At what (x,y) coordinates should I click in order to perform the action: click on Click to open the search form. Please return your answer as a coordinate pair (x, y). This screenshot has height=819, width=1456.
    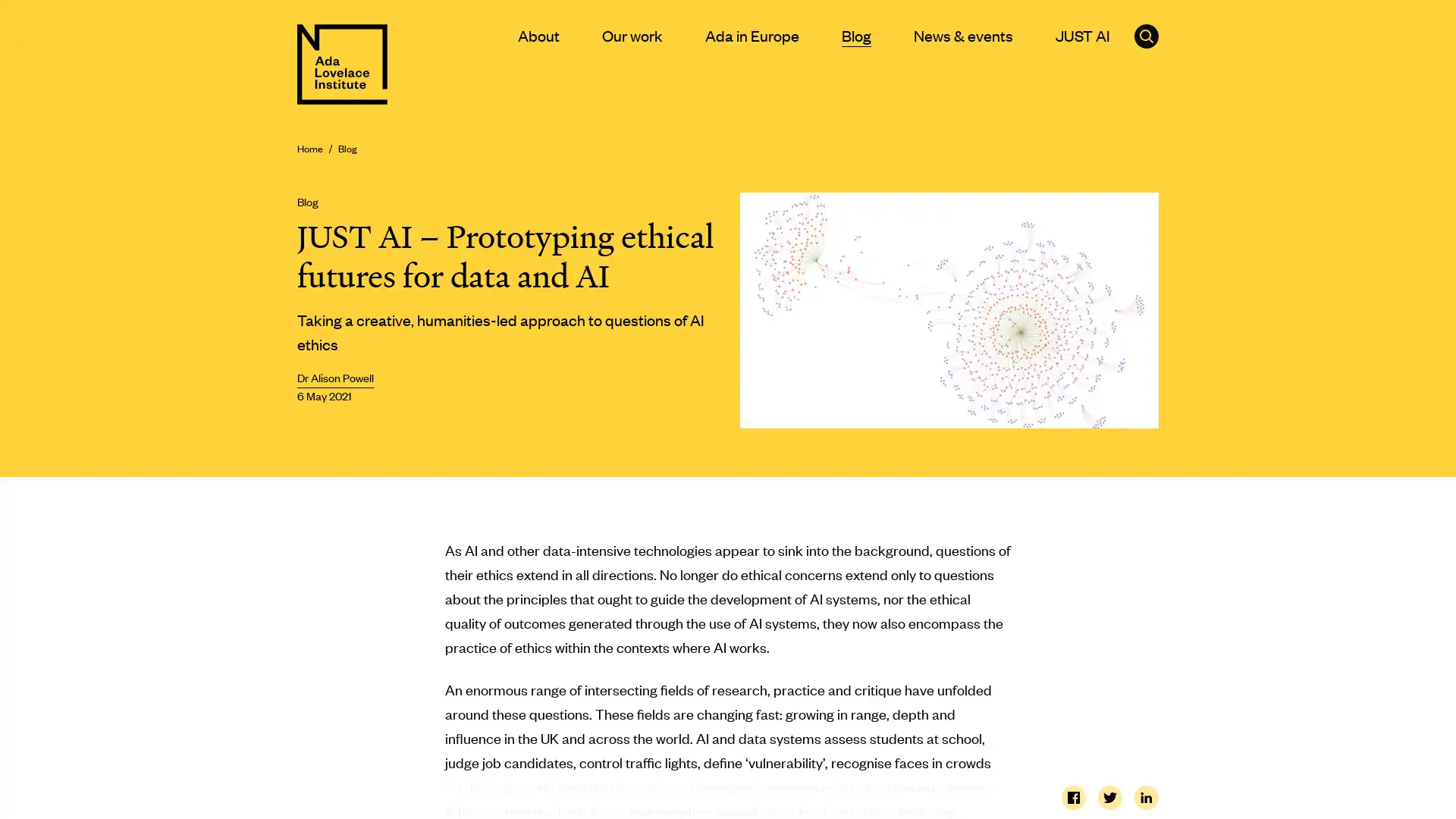
    Looking at the image, I should click on (1147, 35).